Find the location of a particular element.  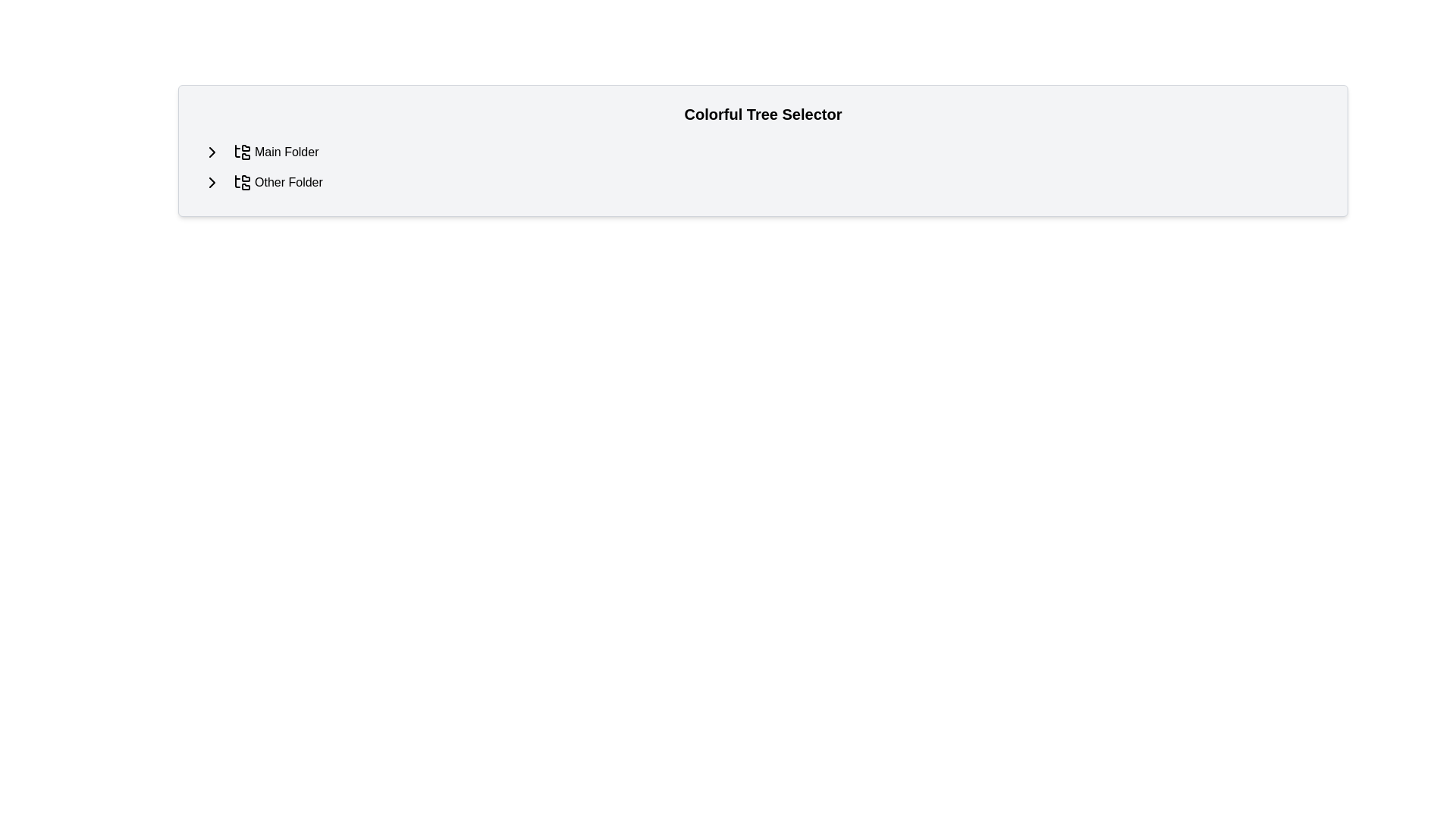

the chevron button that expands or collapses the 'Main Folder' tree structure, located to the left of the 'Main Folder' text is located at coordinates (211, 152).